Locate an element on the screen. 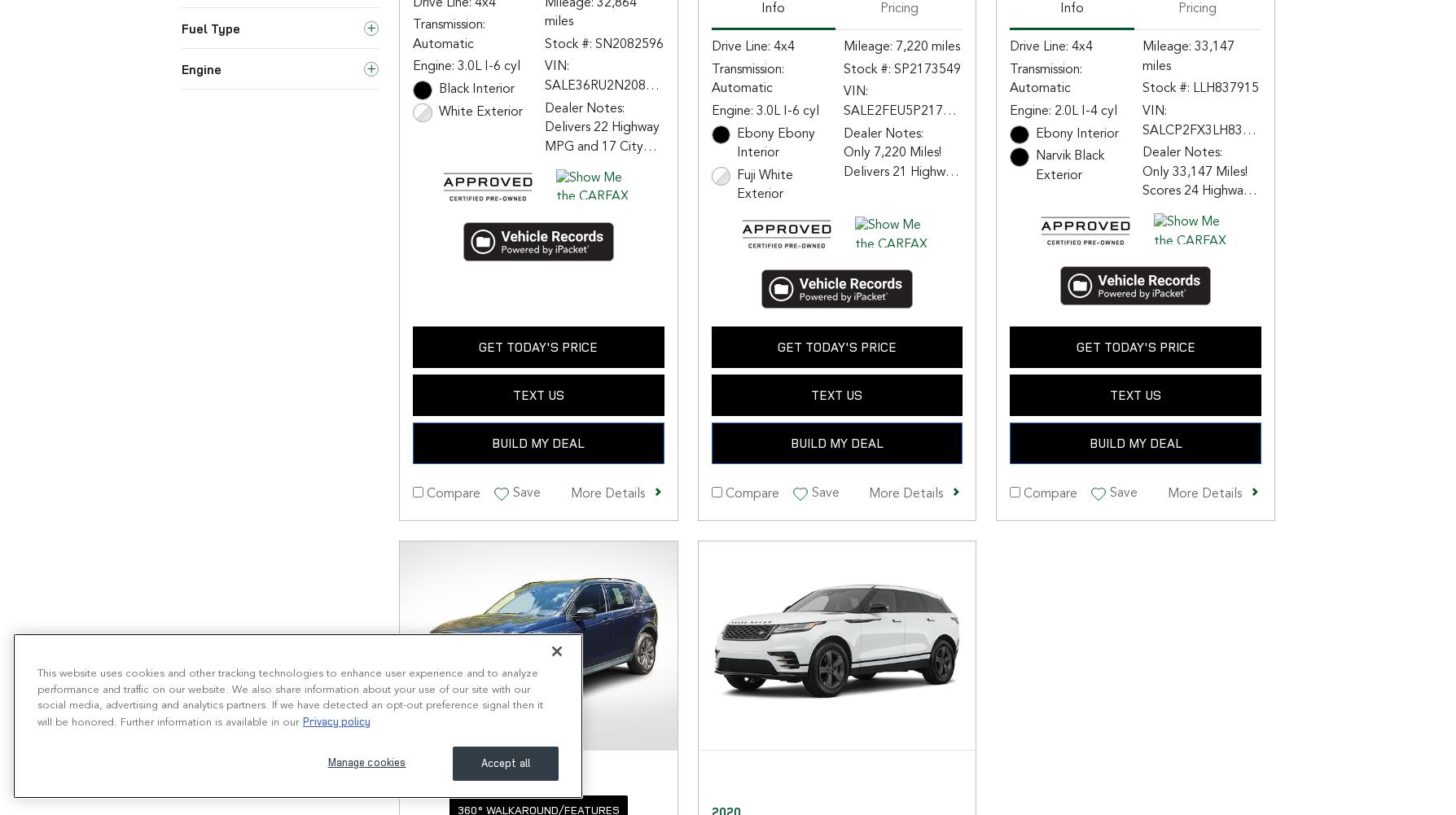 The image size is (1456, 815). 'Mileage: 33,147 miles' is located at coordinates (1187, 56).